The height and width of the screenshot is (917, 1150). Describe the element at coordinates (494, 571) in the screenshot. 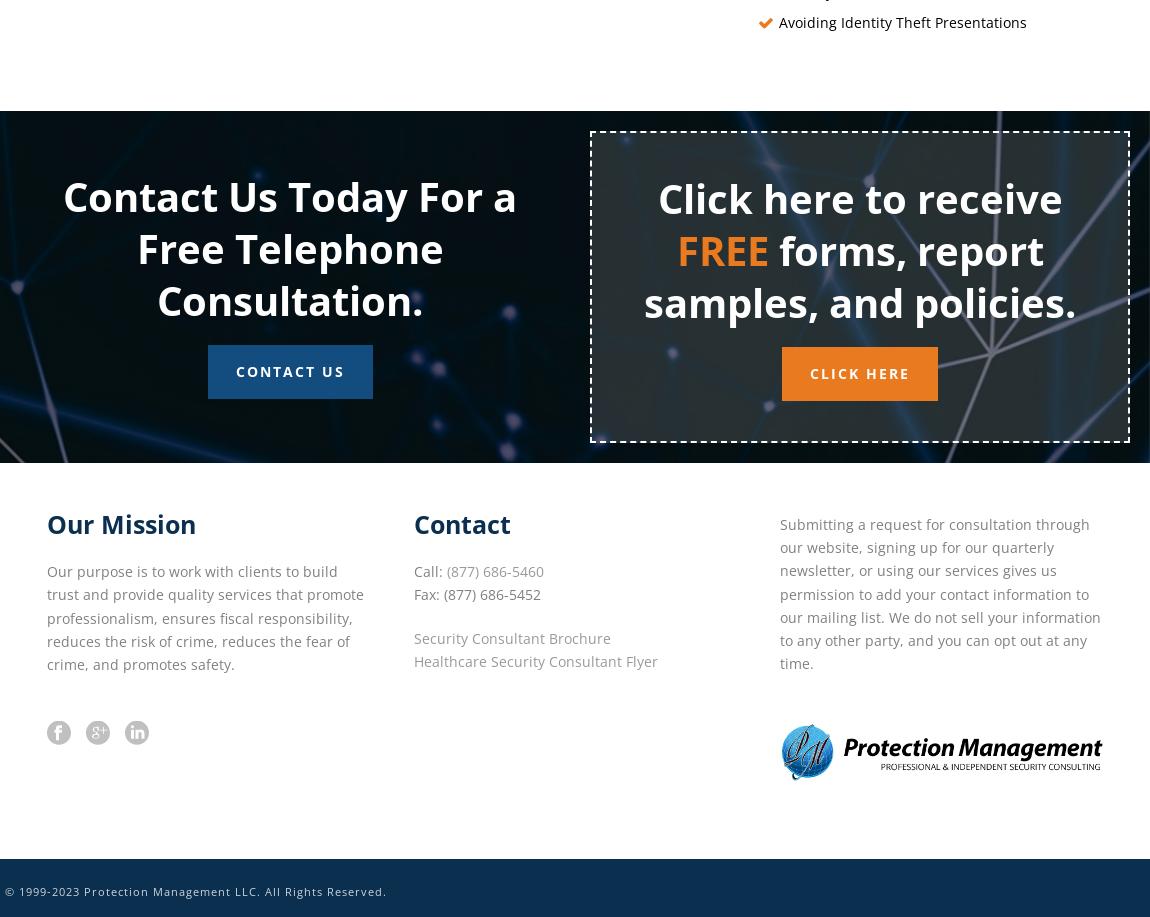

I see `'(877) 686-5460'` at that location.